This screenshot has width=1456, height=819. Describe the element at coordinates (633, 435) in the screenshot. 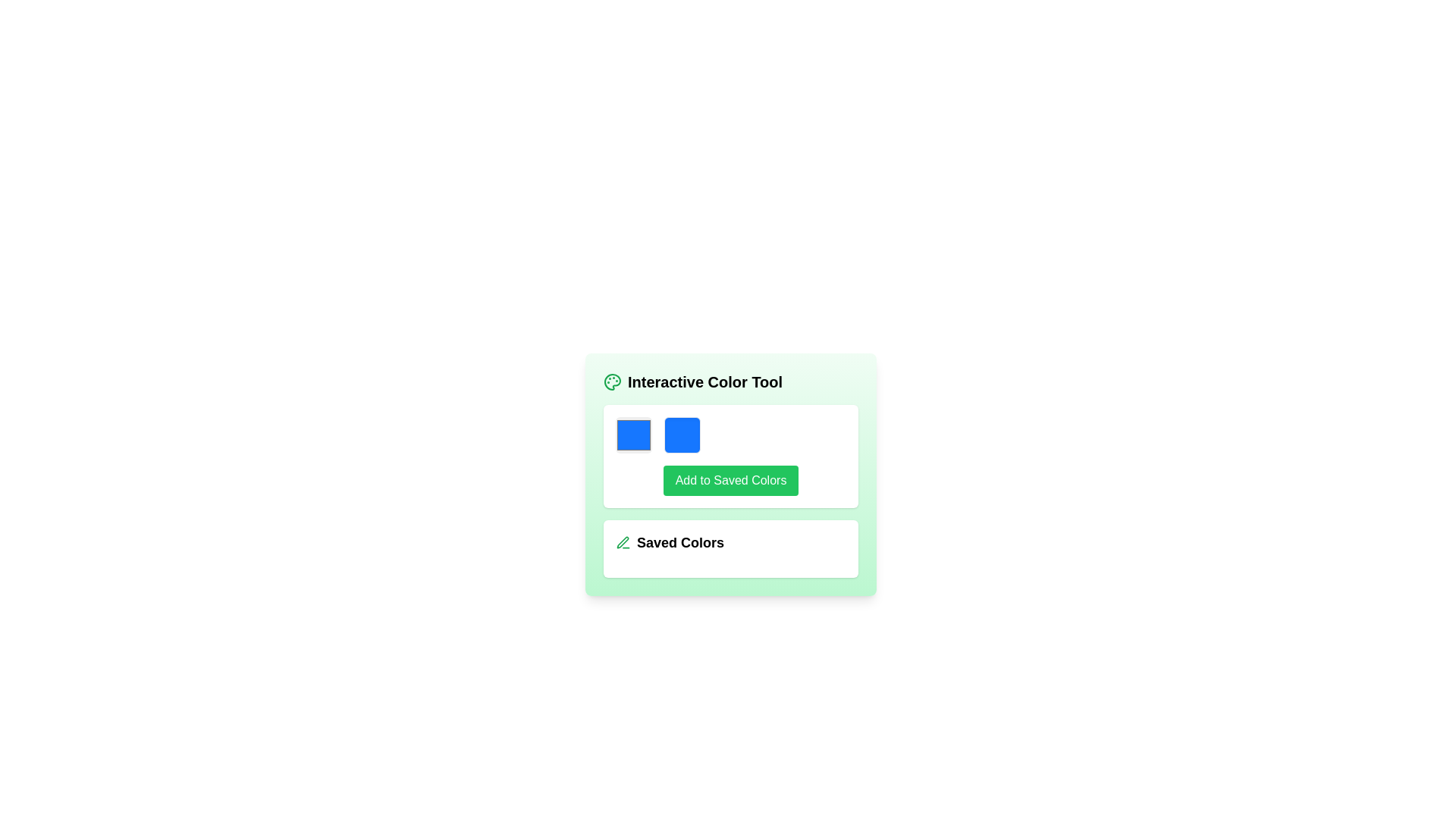

I see `the leftmost color swatch representing the color blue in the 'Interactive Color Tool' section` at that location.